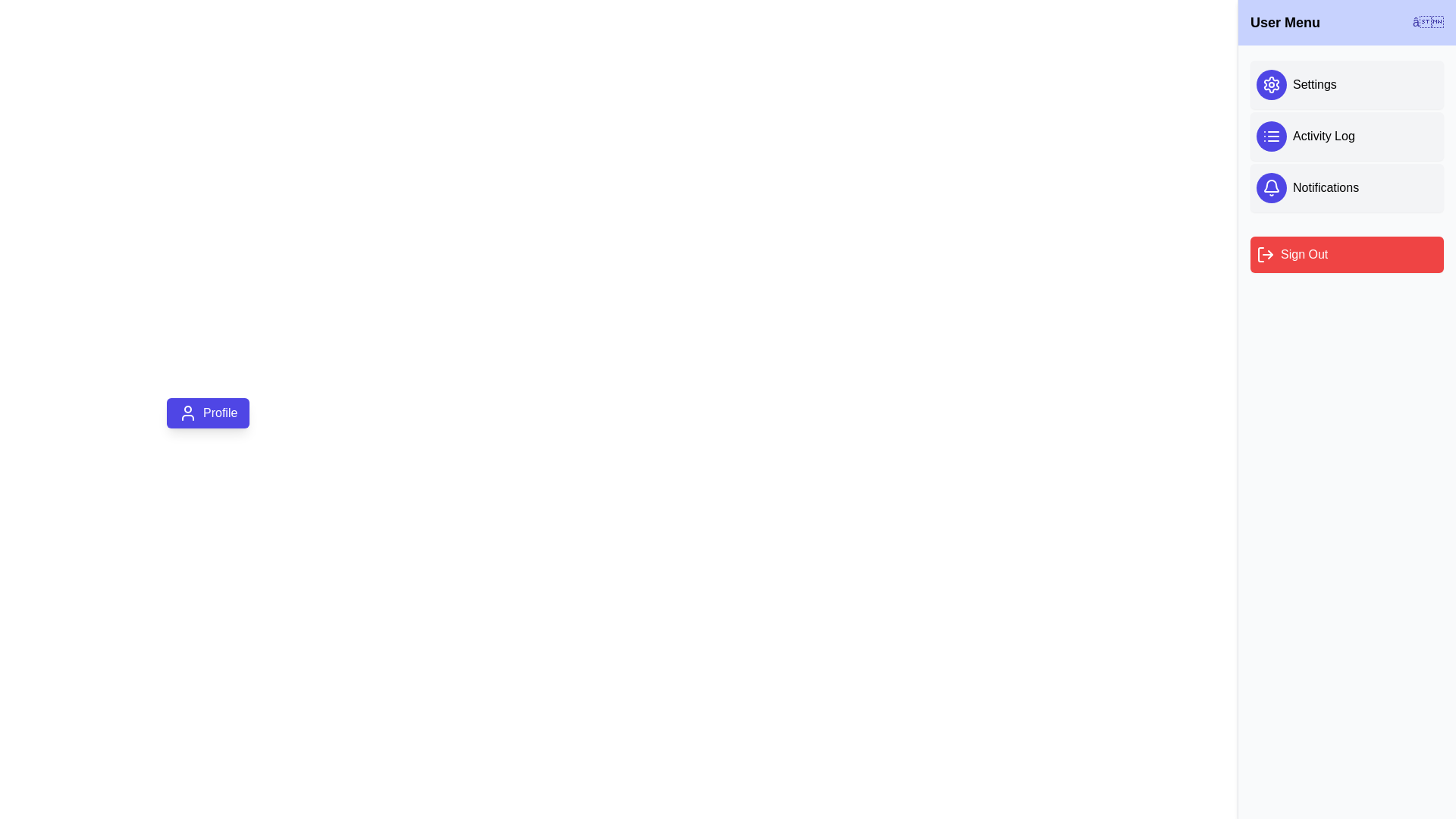 The height and width of the screenshot is (819, 1456). Describe the element at coordinates (1347, 136) in the screenshot. I see `the option Activity Log from the user menu` at that location.